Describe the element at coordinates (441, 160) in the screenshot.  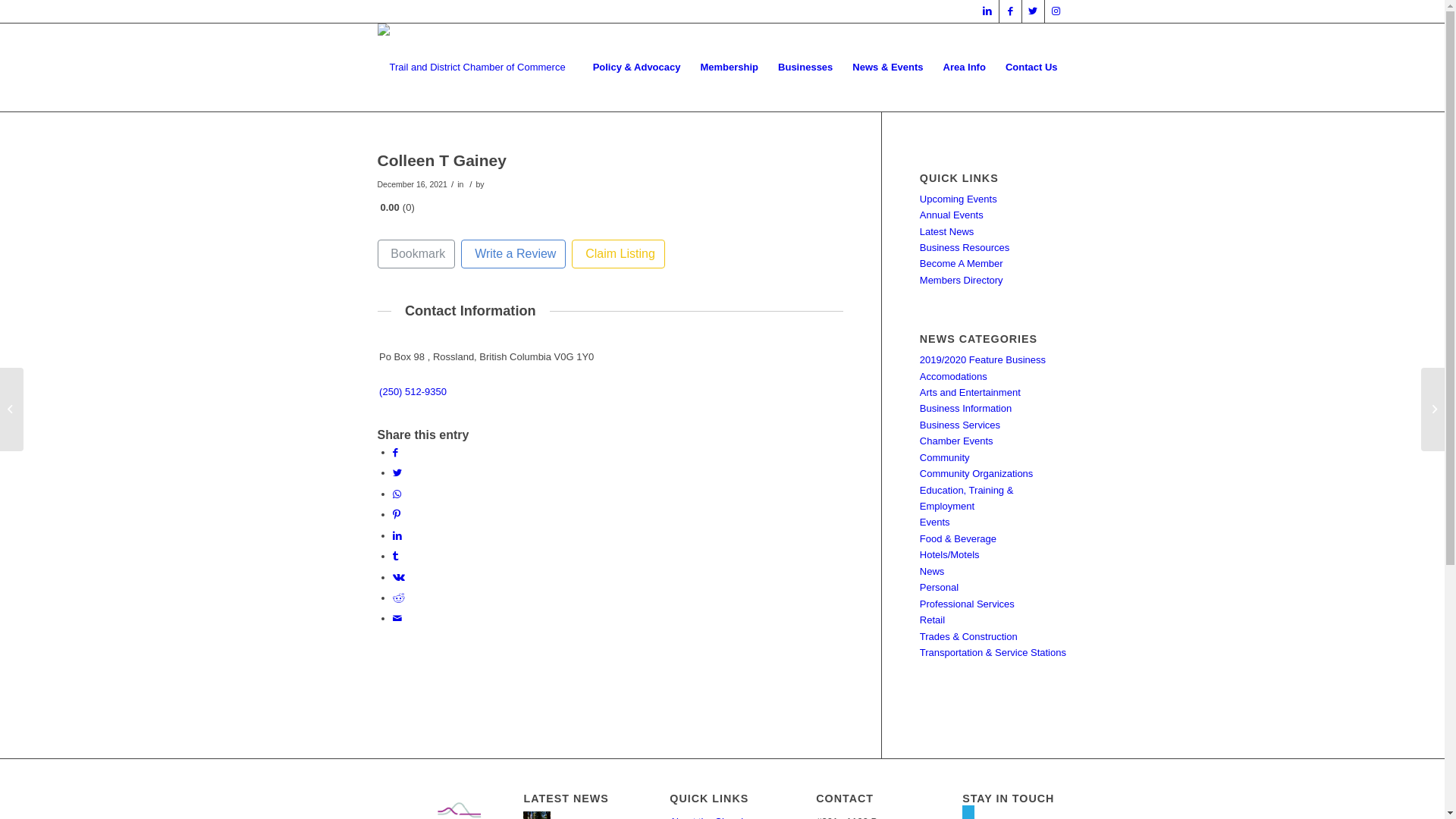
I see `'Colleen T Gainey'` at that location.